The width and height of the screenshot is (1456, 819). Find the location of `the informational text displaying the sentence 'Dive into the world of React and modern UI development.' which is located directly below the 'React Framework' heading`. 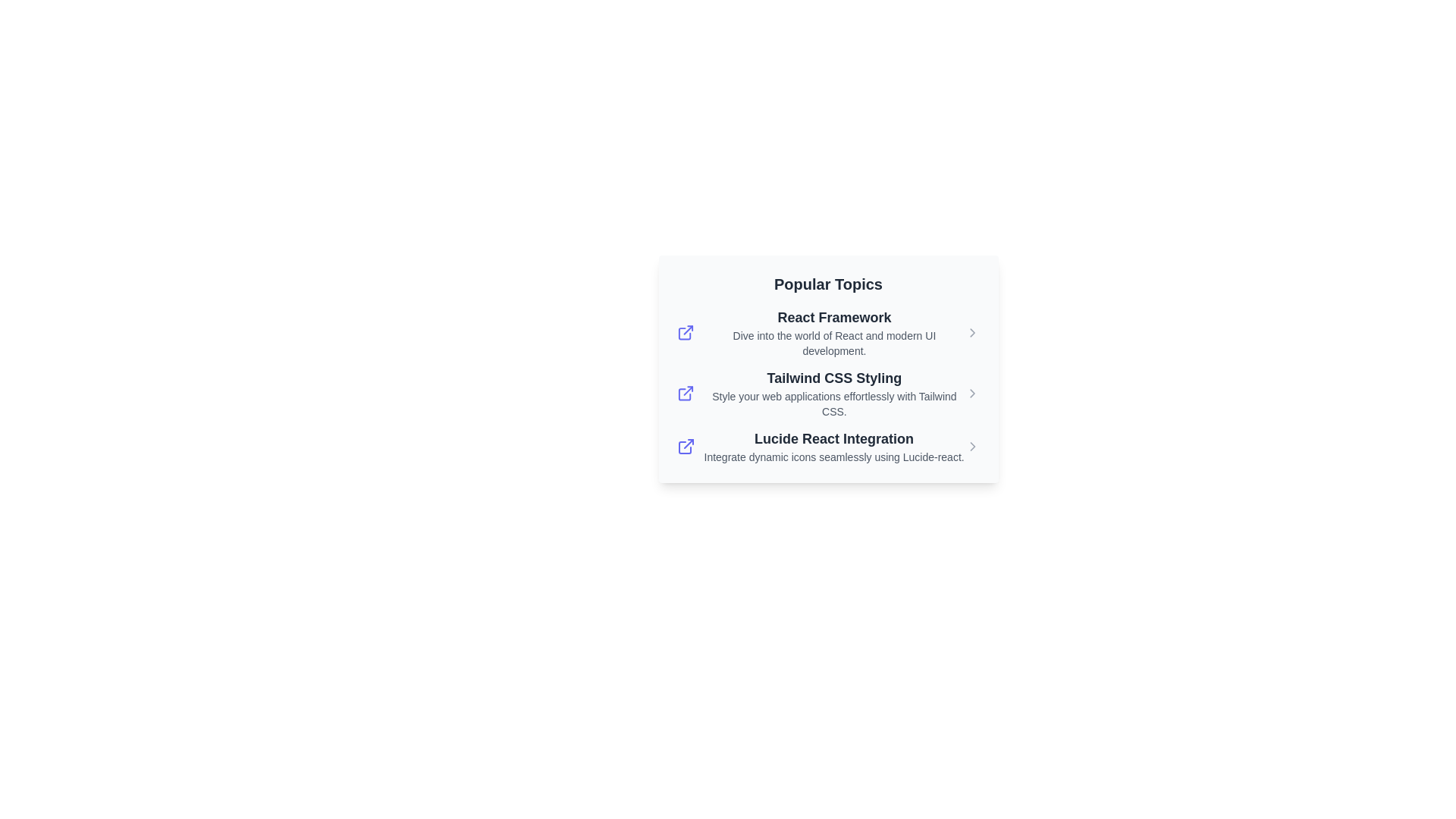

the informational text displaying the sentence 'Dive into the world of React and modern UI development.' which is located directly below the 'React Framework' heading is located at coordinates (833, 343).